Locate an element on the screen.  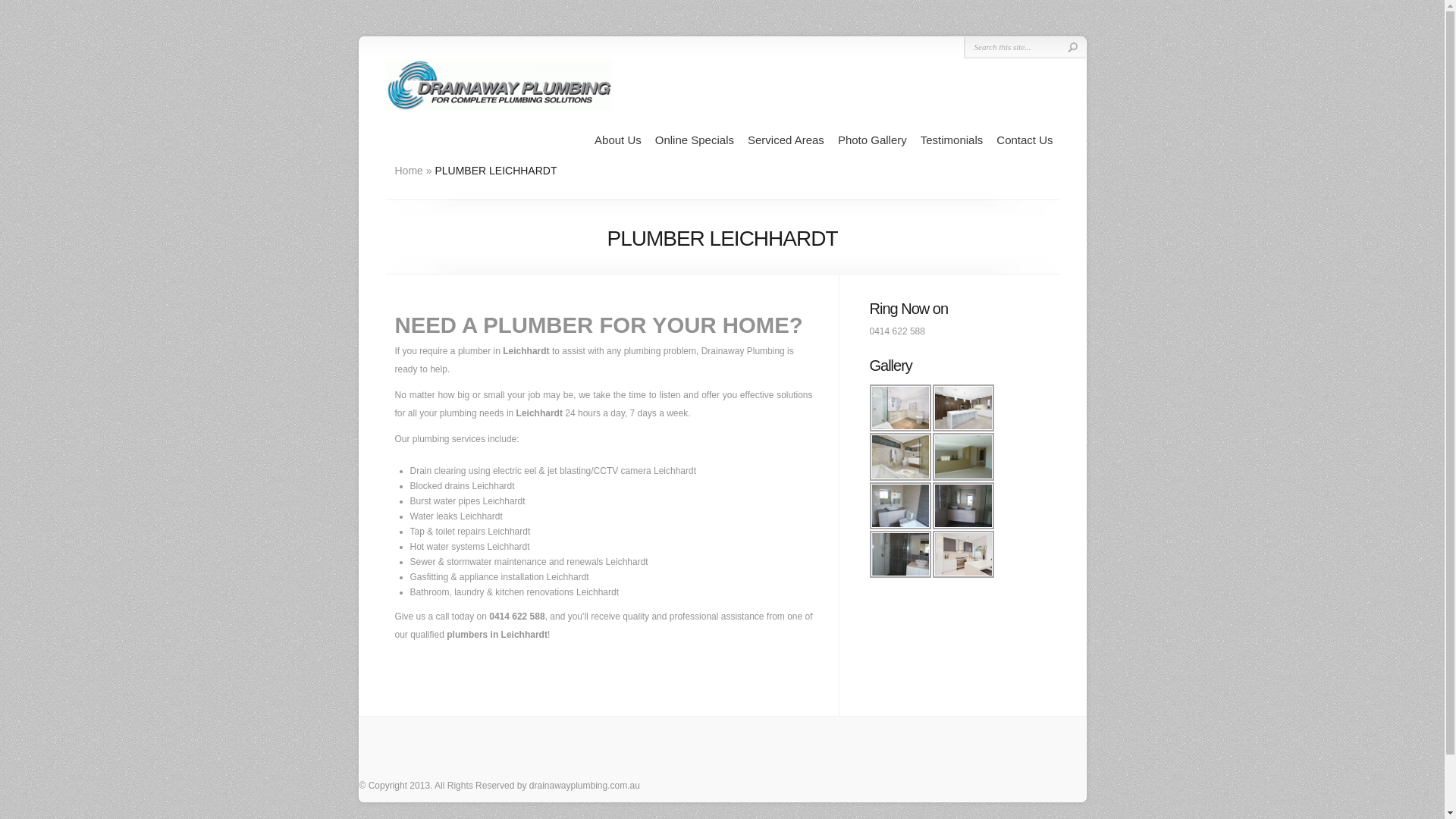
'p1000449' is located at coordinates (962, 506).